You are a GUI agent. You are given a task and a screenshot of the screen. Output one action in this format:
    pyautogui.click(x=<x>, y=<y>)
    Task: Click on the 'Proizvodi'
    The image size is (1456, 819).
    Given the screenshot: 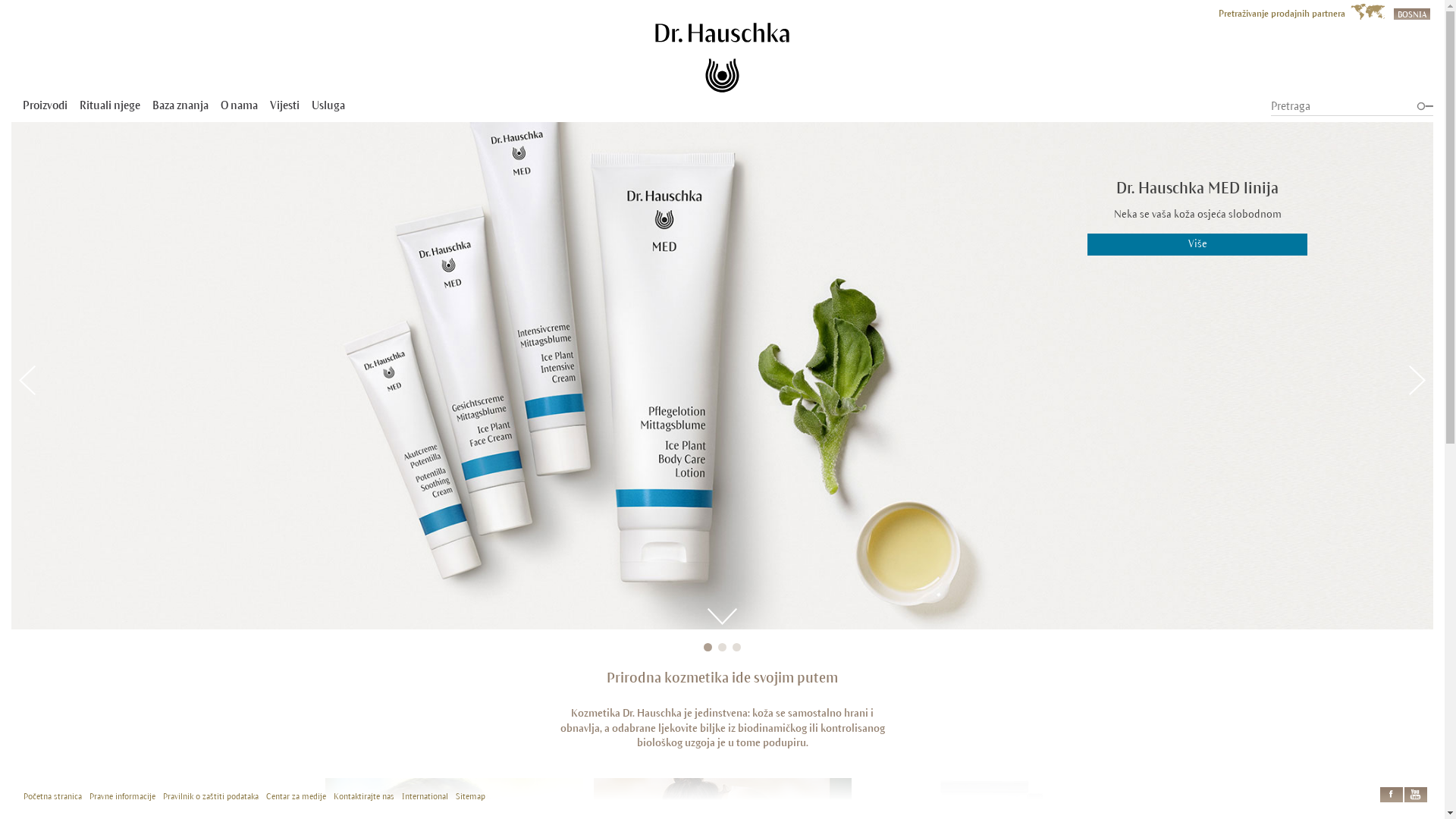 What is the action you would take?
    pyautogui.click(x=45, y=104)
    